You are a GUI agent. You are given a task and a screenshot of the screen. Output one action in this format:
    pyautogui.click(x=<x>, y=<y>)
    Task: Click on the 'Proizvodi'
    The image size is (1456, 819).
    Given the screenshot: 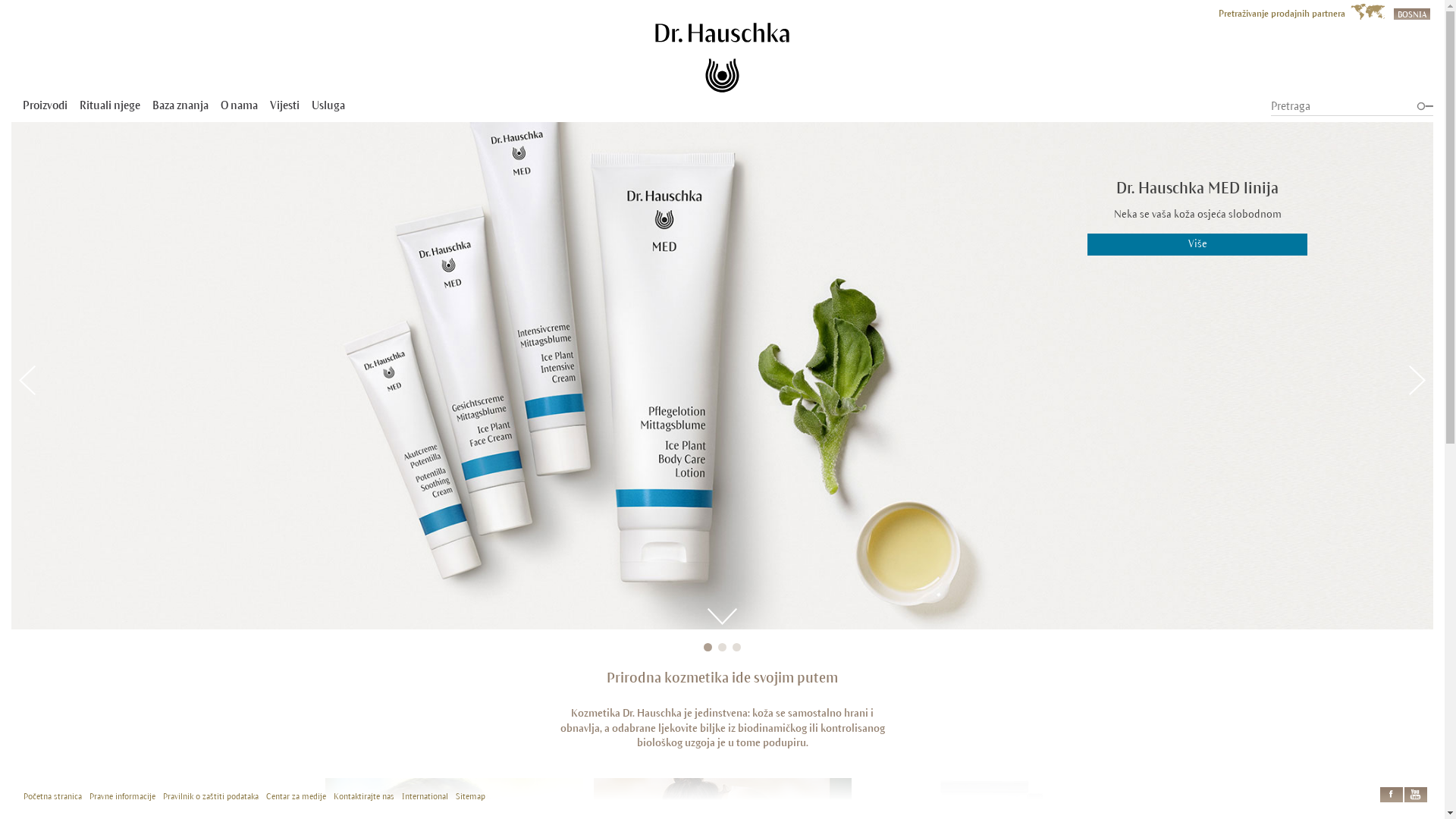 What is the action you would take?
    pyautogui.click(x=45, y=104)
    